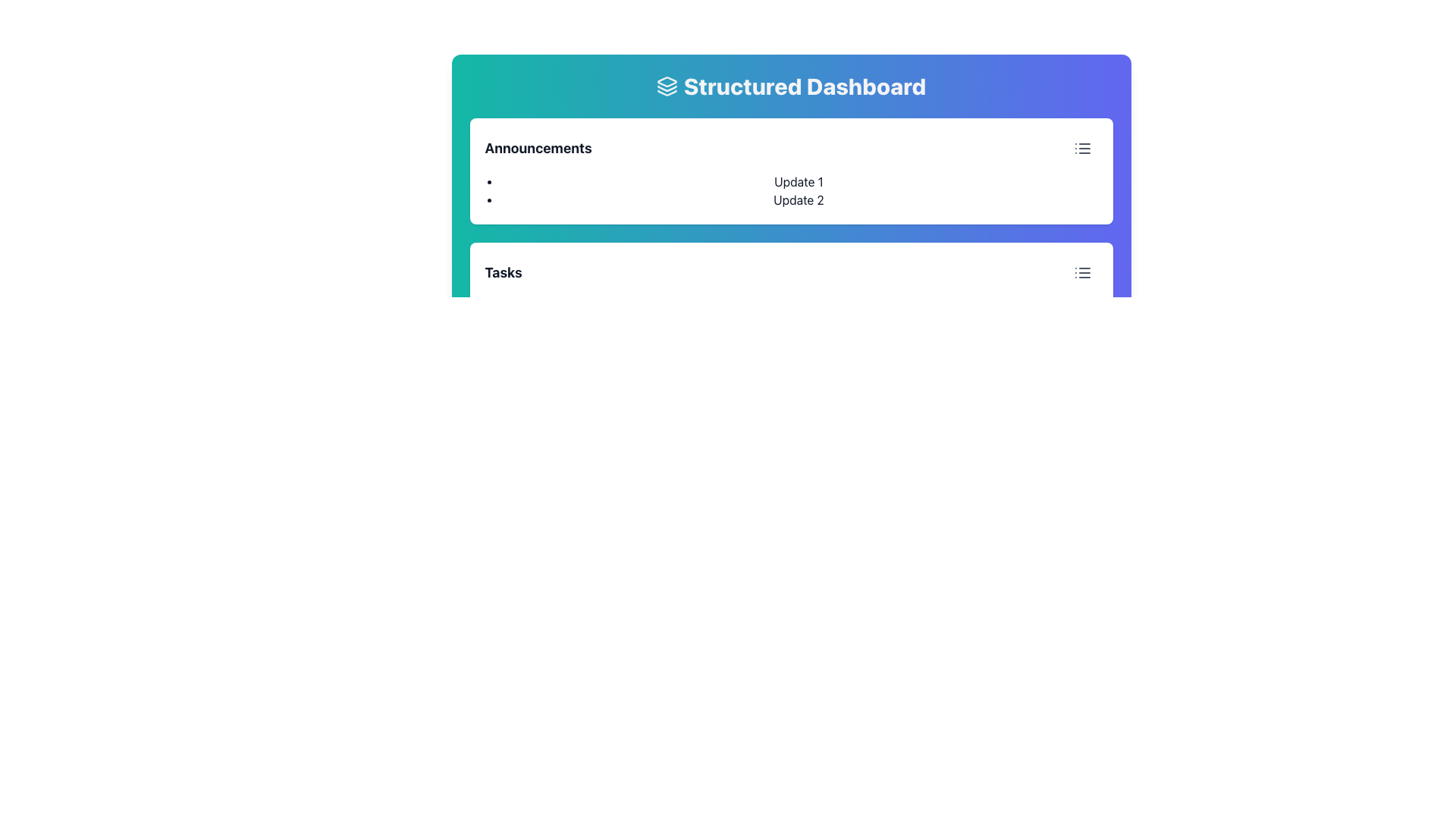 The image size is (1456, 819). Describe the element at coordinates (798, 180) in the screenshot. I see `the text element labeled 'Update 1', which is the first item in the bulleted list under the 'Announcements' section` at that location.